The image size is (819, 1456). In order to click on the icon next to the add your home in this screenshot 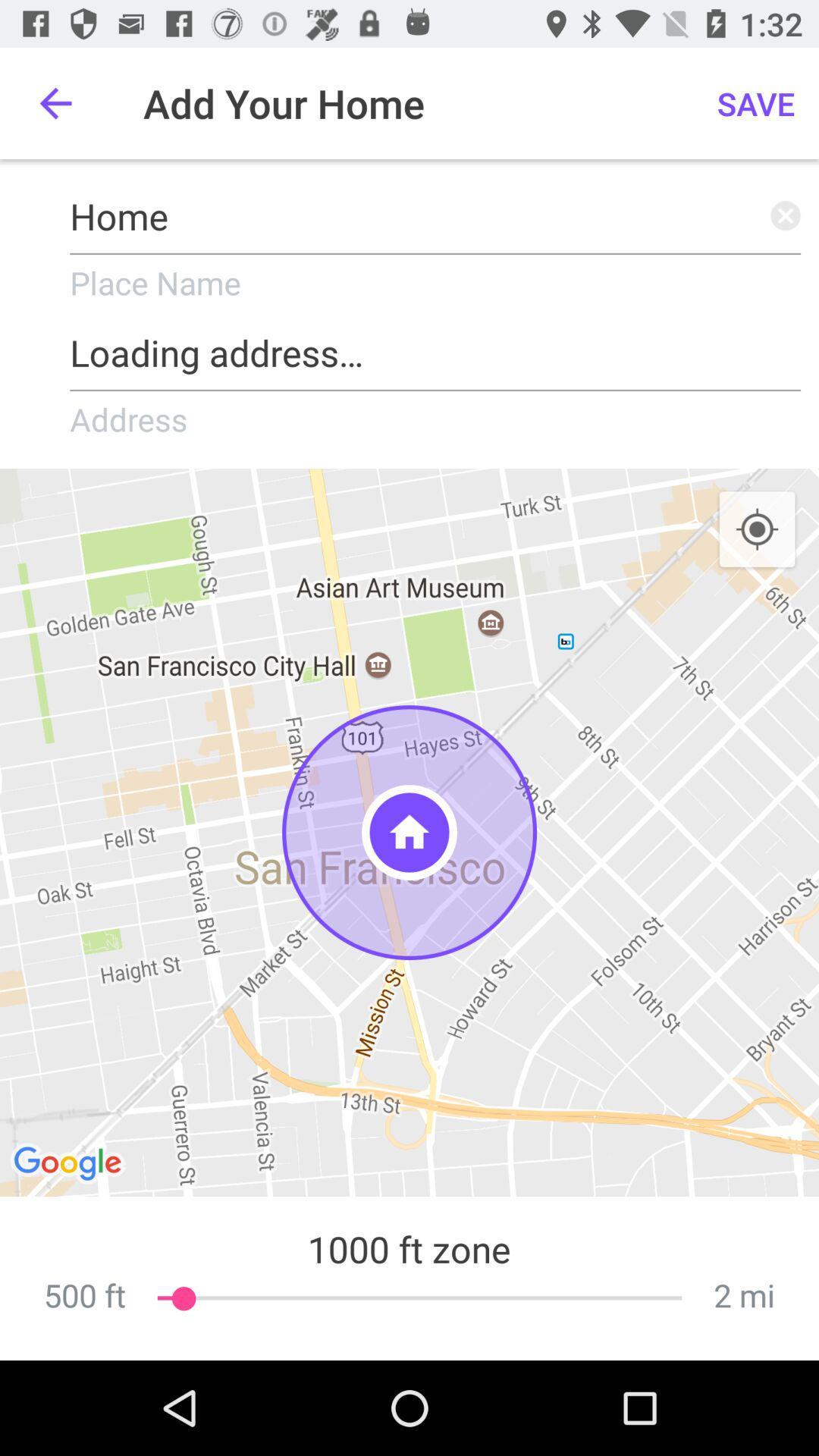, I will do `click(55, 102)`.